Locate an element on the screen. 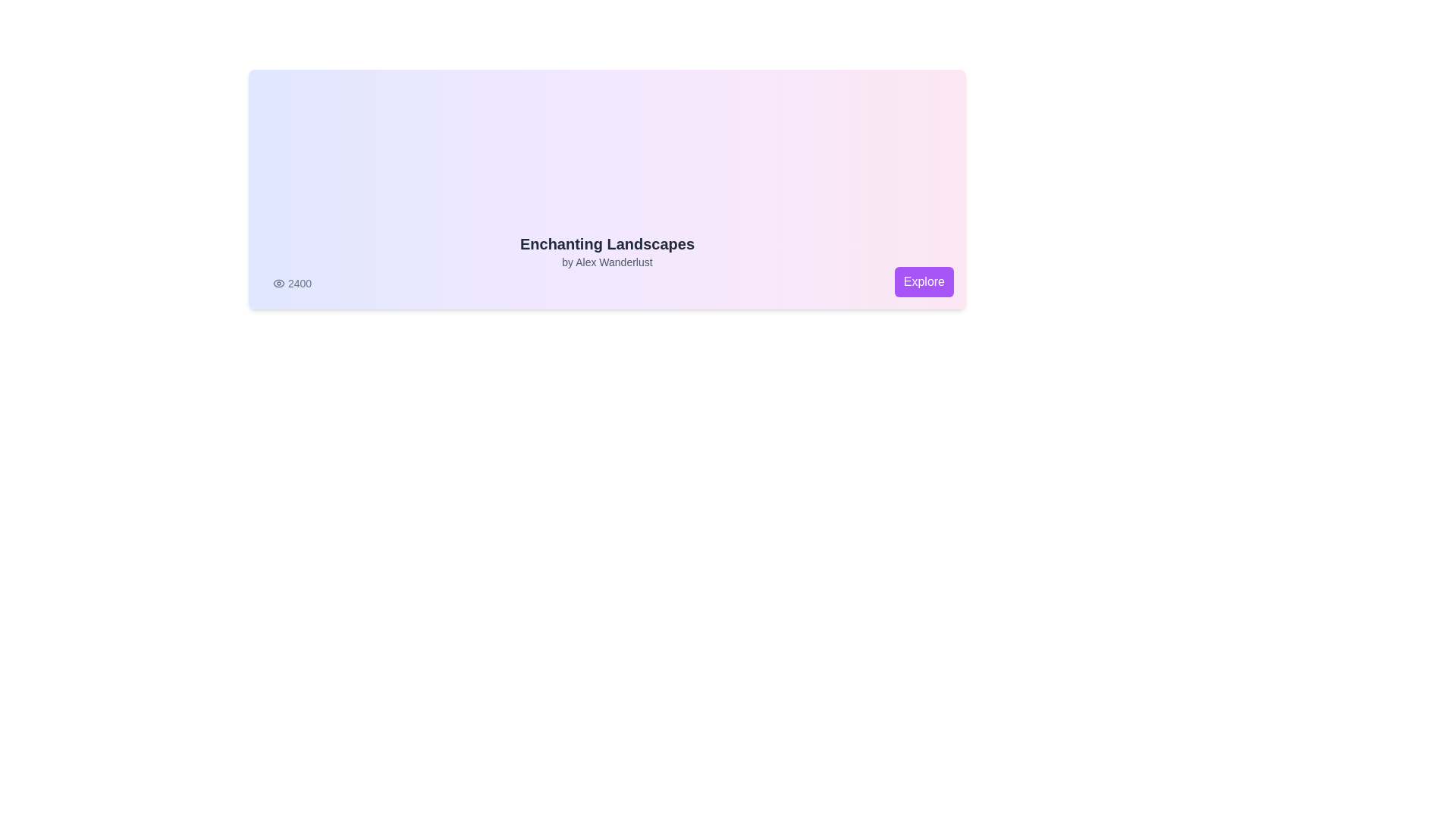 This screenshot has width=1456, height=819. the text label displaying '2400' that indicates a count or statistic associated with the eye-shaped icon in the bottom-left section of the card titled 'Enchanting Landscapes' is located at coordinates (300, 284).